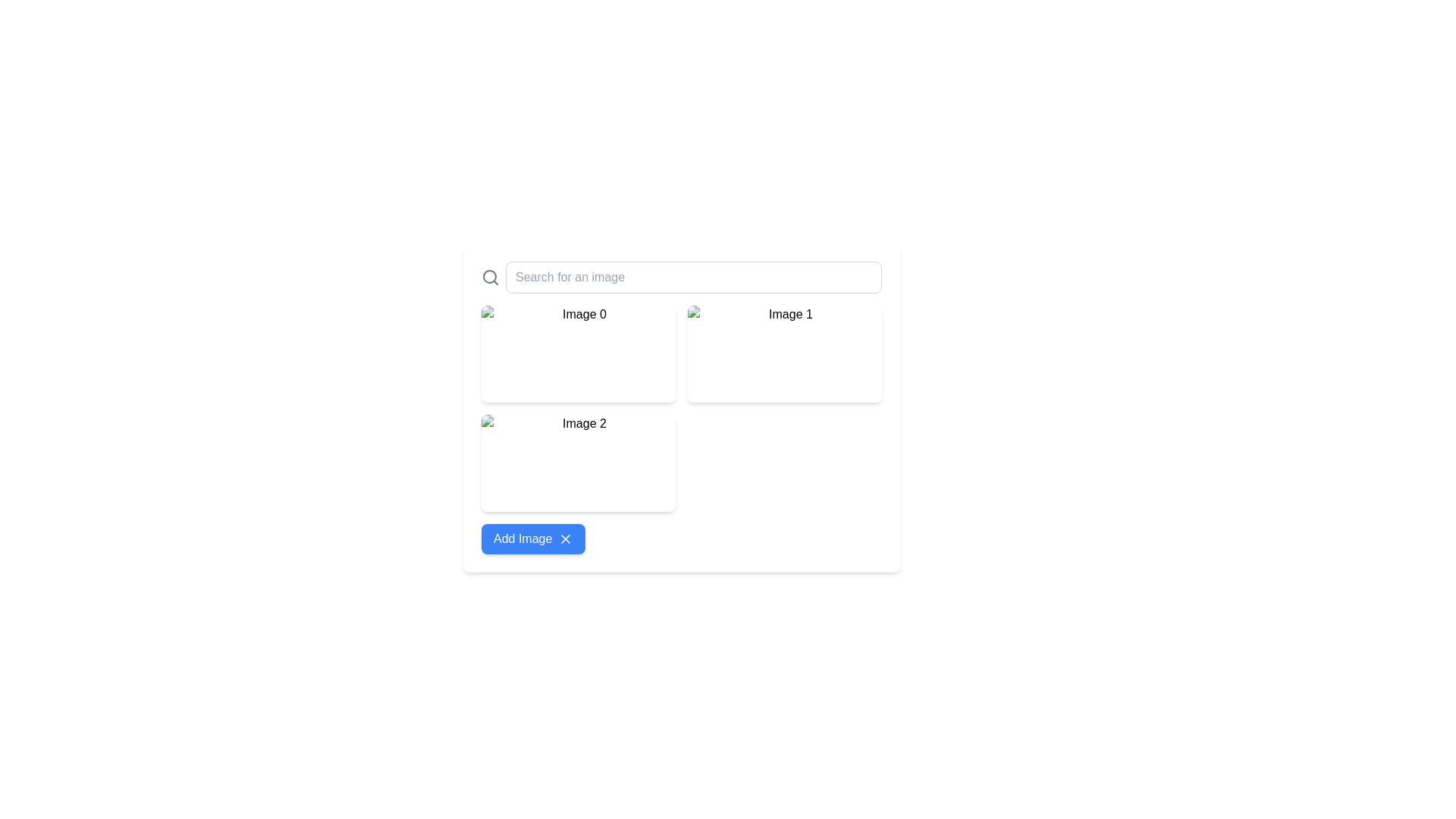  What do you see at coordinates (565, 538) in the screenshot?
I see `the close or cancel icon located at the far right side of the blue 'Add Image' button` at bounding box center [565, 538].